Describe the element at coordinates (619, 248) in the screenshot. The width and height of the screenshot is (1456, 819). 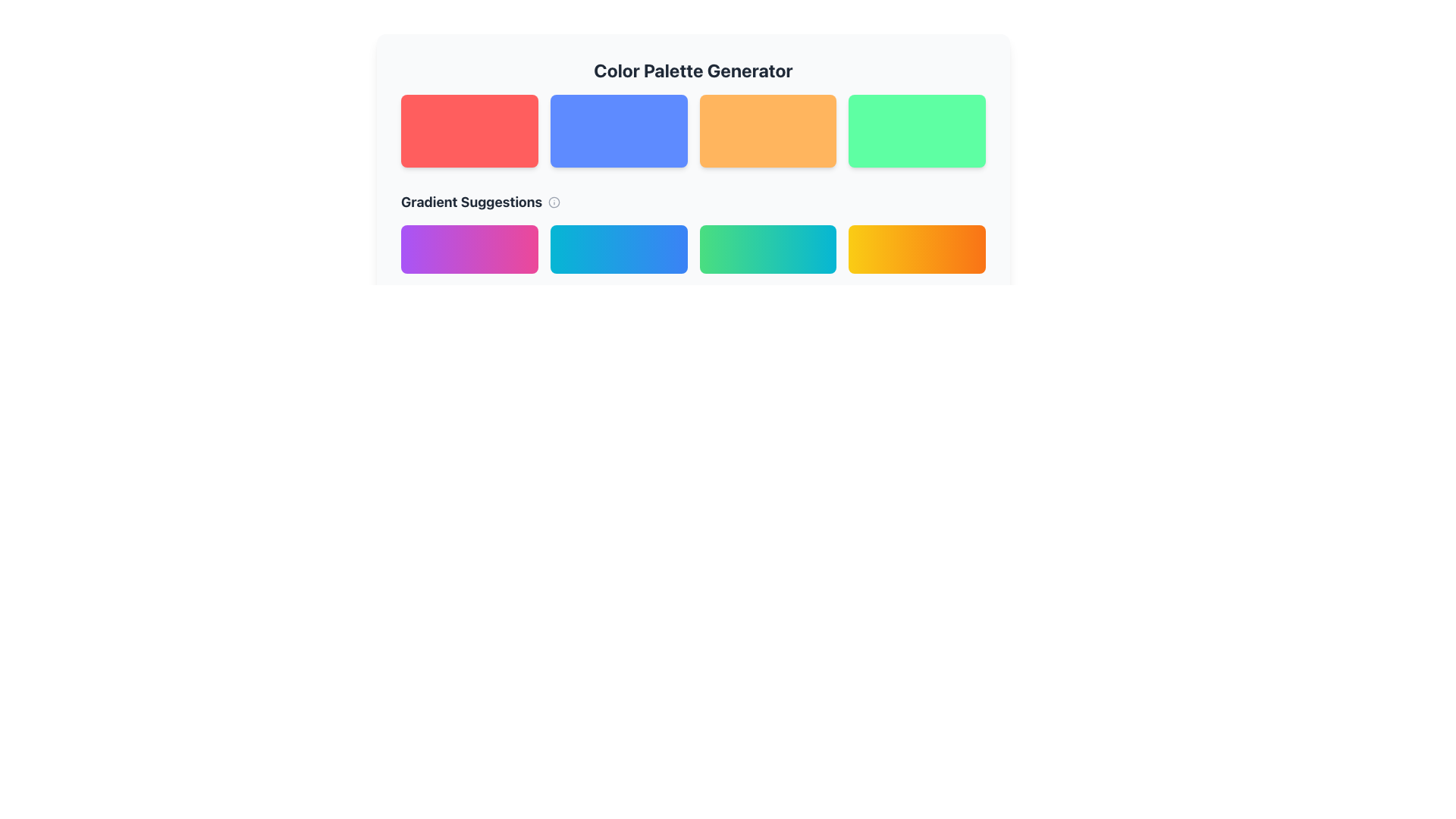
I see `the button with a '+' icon` at that location.